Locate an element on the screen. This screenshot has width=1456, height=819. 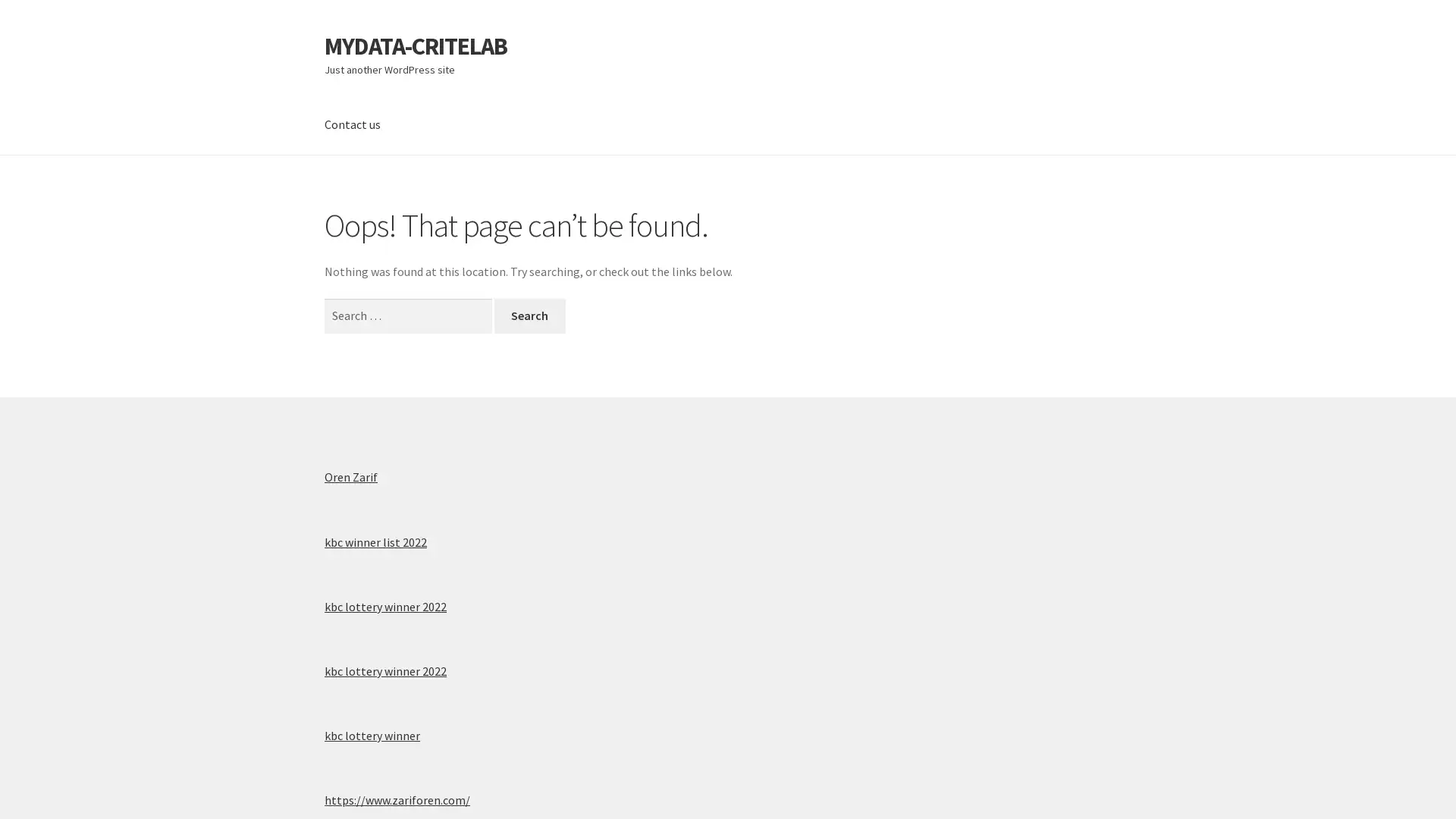
Search is located at coordinates (529, 315).